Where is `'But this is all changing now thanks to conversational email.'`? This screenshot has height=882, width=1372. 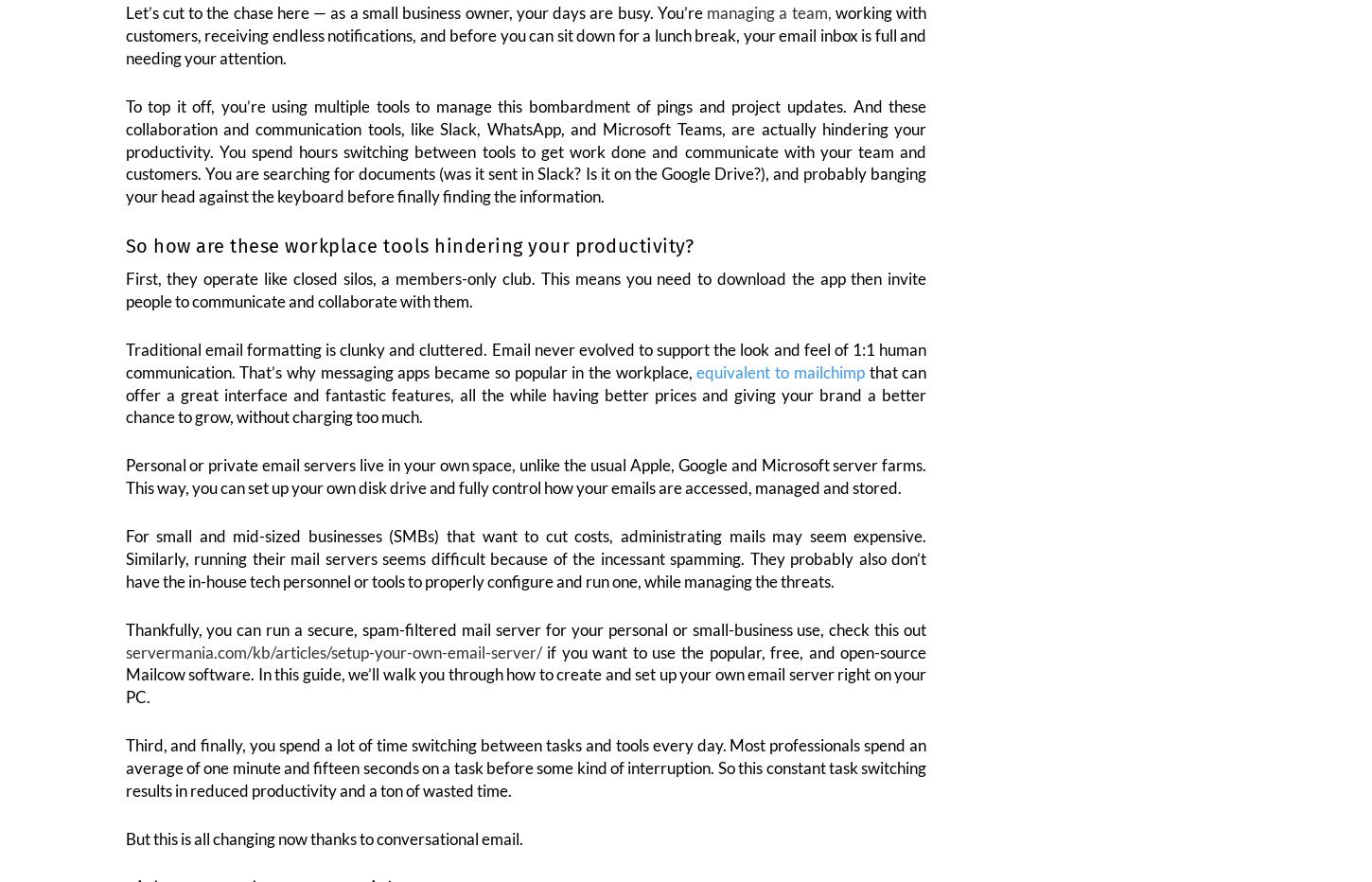 'But this is all changing now thanks to conversational email.' is located at coordinates (325, 850).